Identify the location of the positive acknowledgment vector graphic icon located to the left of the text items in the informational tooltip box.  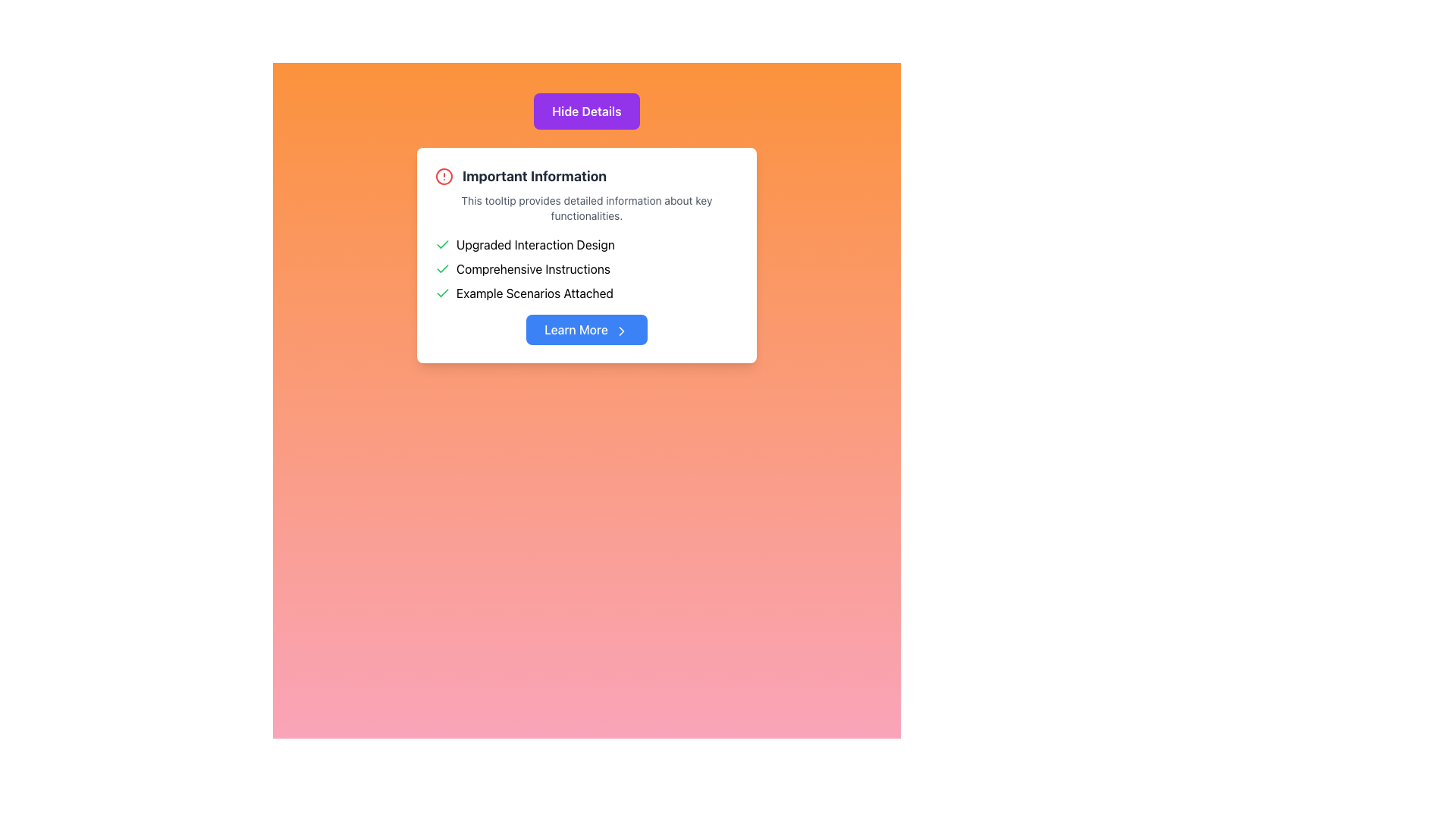
(442, 268).